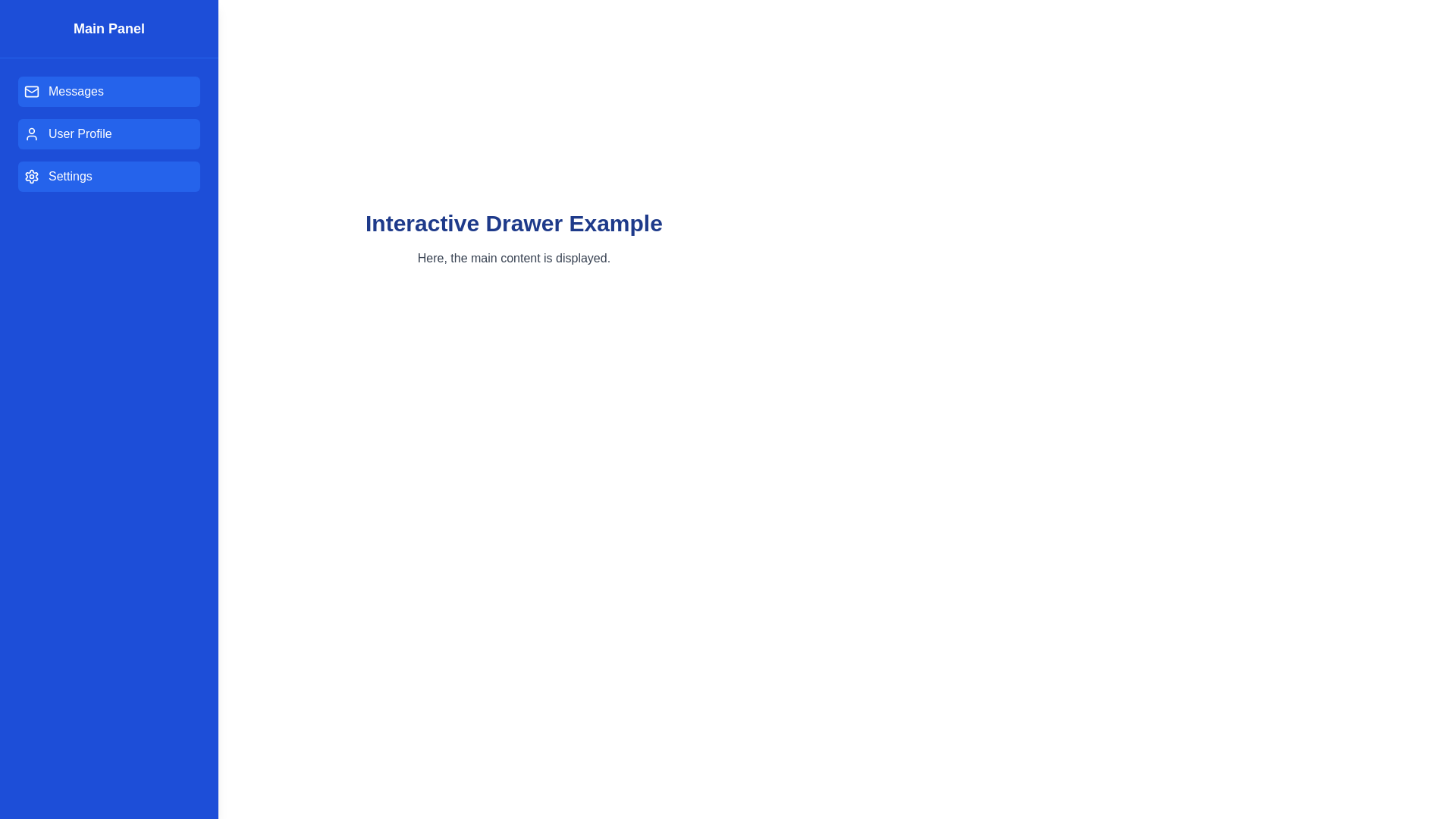  I want to click on toggle button to change the drawer's visibility, so click(33, 33).